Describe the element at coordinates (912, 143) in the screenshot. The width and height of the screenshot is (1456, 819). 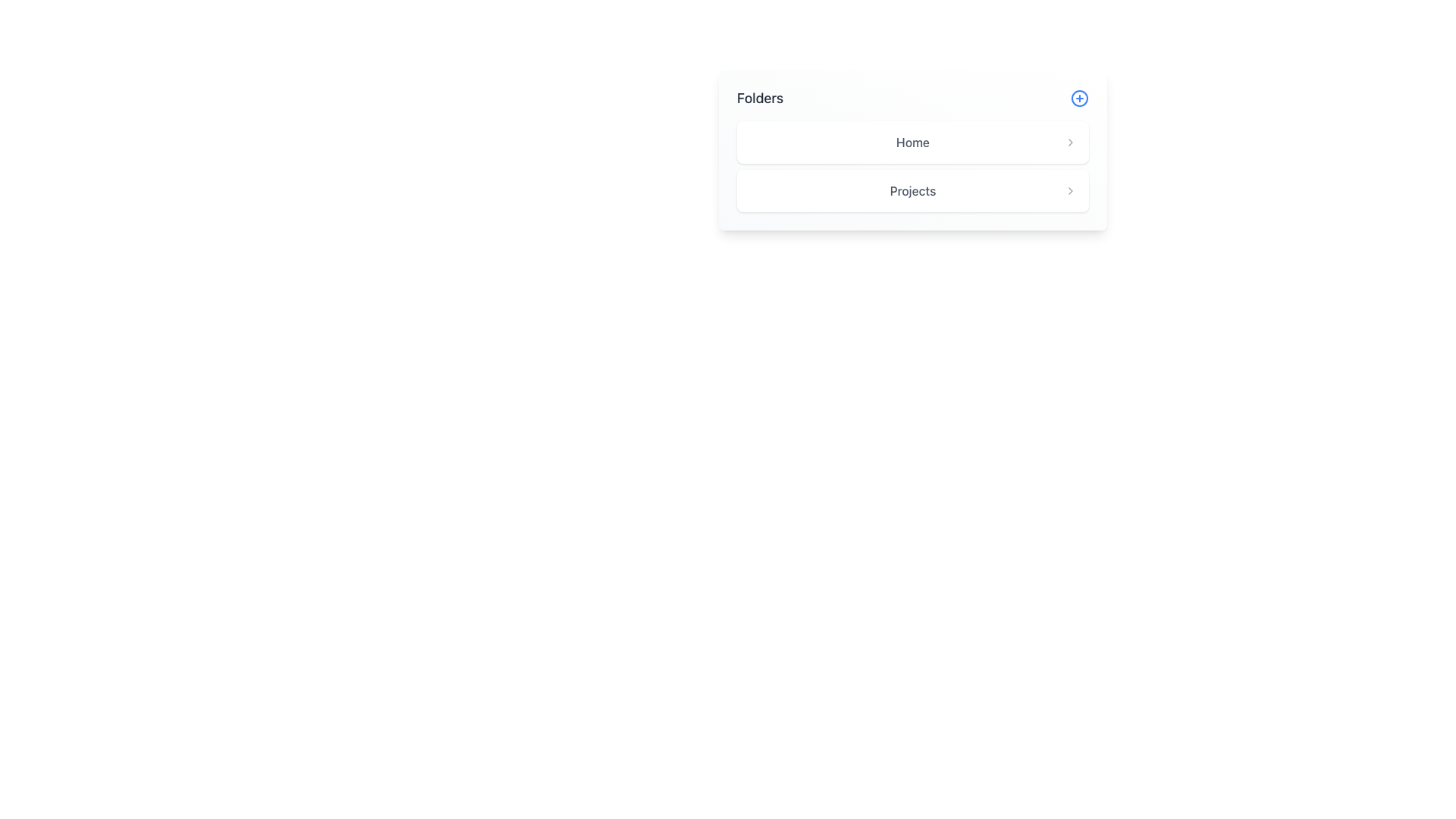
I see `the 'Home' button, which is the first item in the vertical list within the 'Folders' card, to activate its hover effects` at that location.